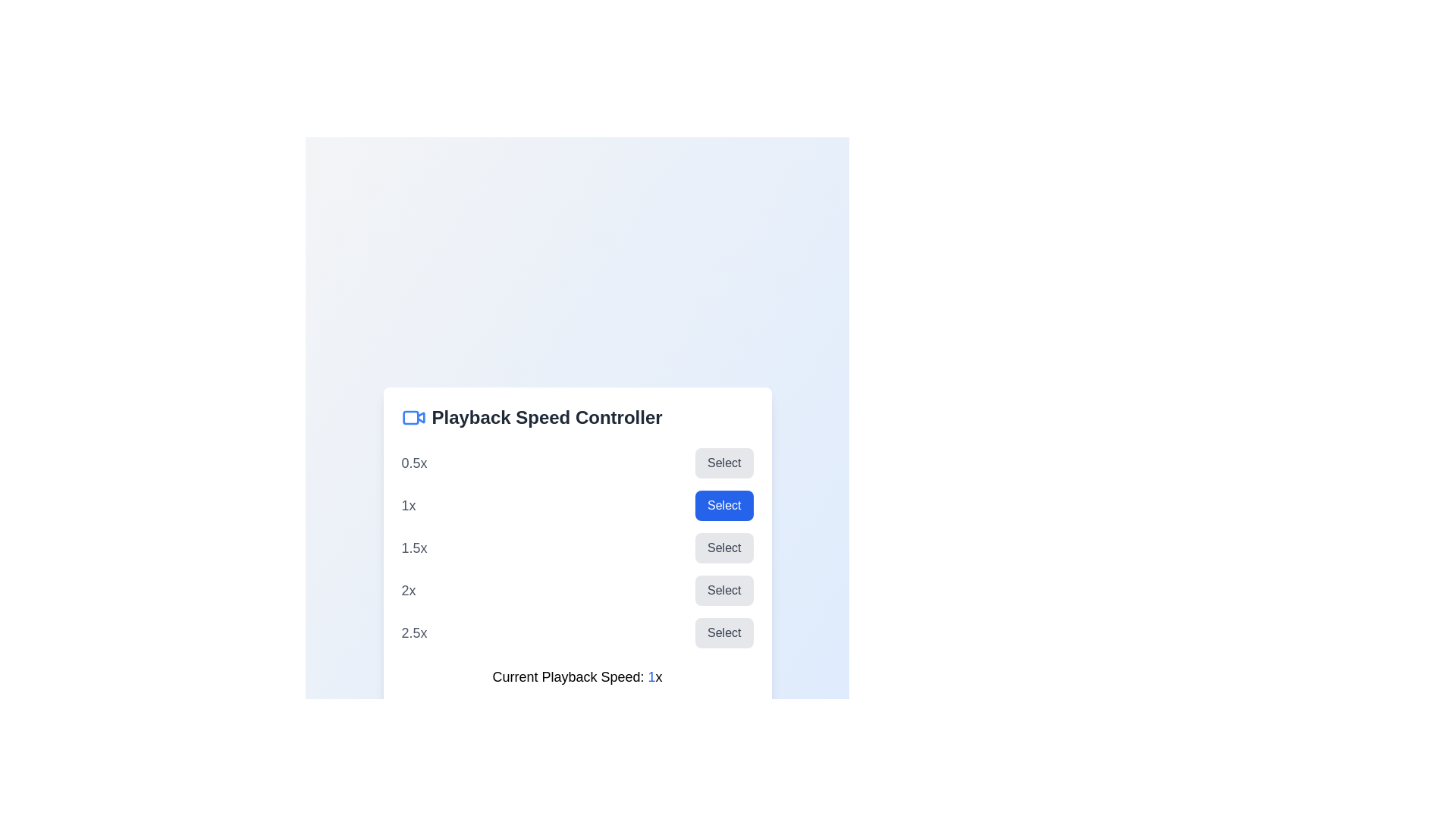 Image resolution: width=1456 pixels, height=819 pixels. Describe the element at coordinates (723, 590) in the screenshot. I see `the playback speed button located to the right of the '2x' label` at that location.